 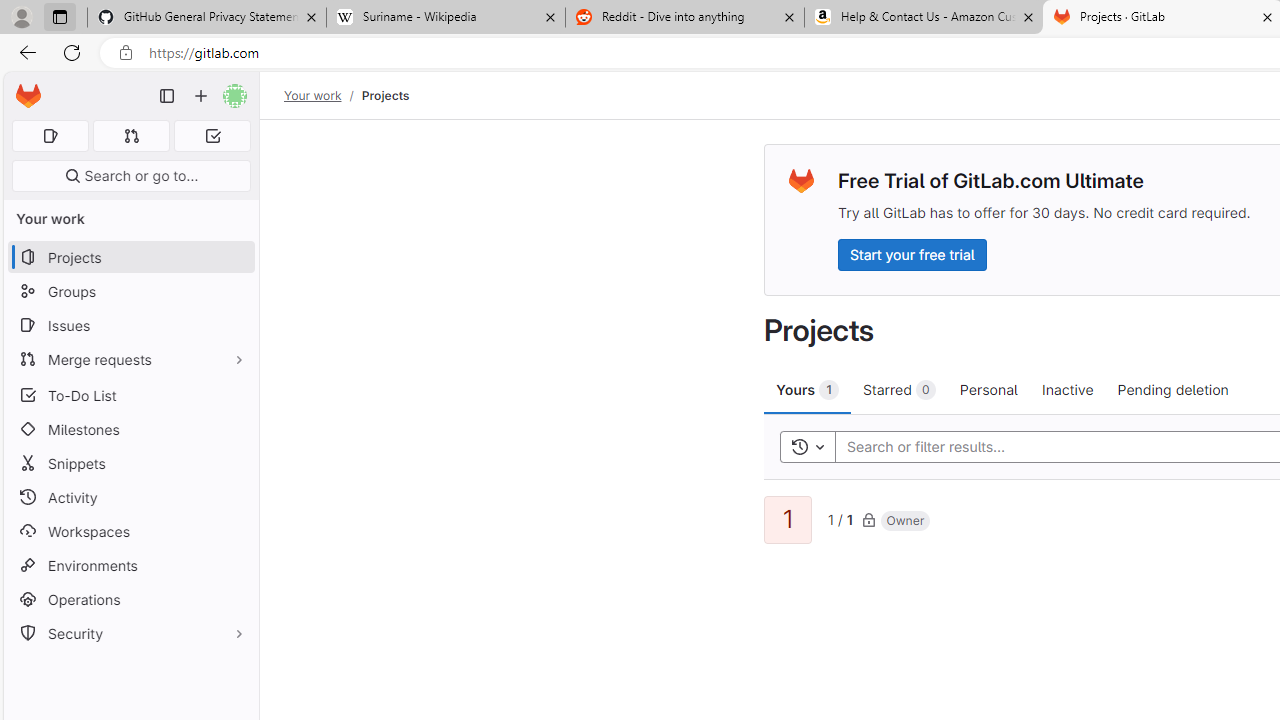 What do you see at coordinates (130, 358) in the screenshot?
I see `'Merge requests'` at bounding box center [130, 358].